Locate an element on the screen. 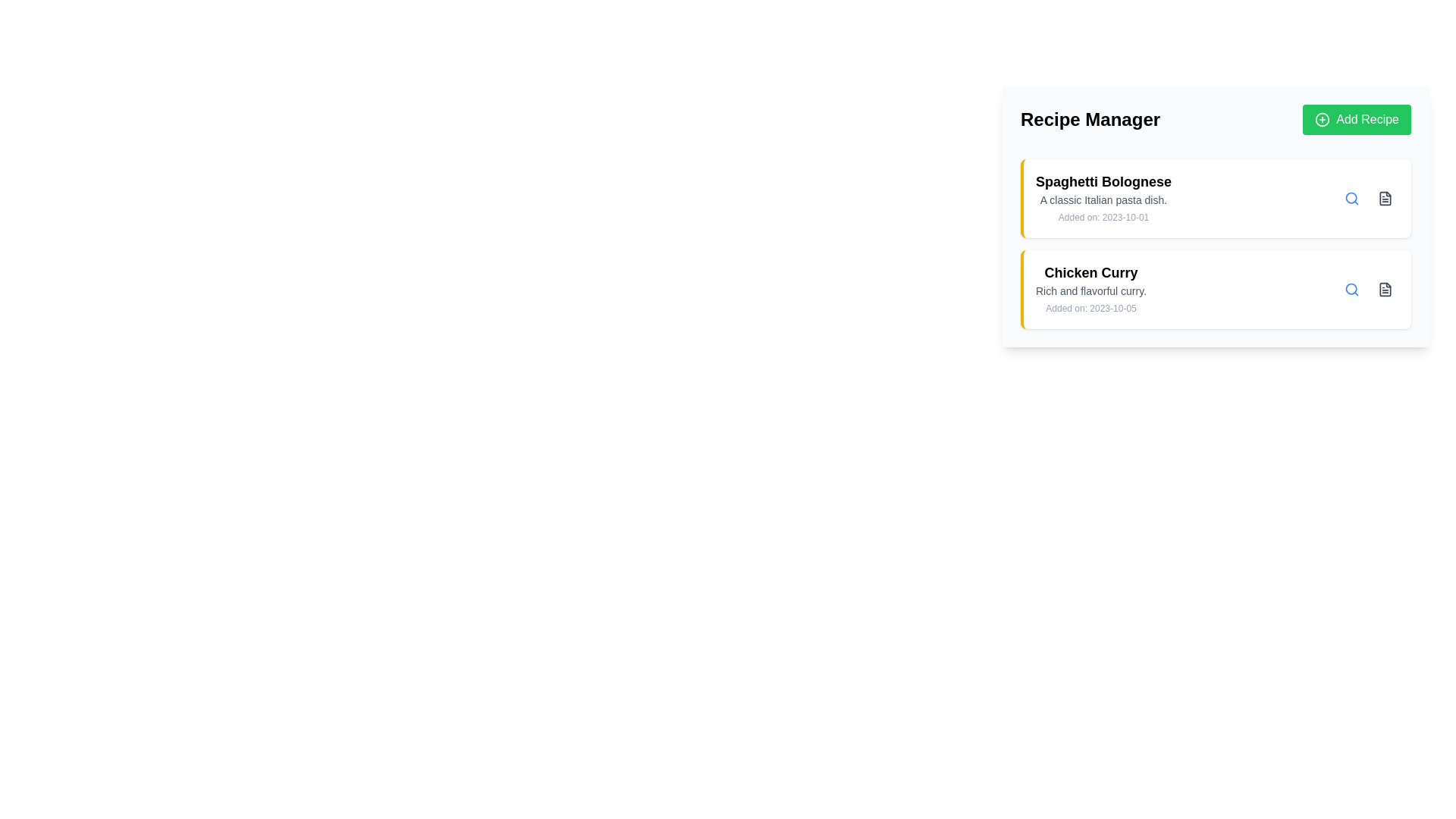 This screenshot has width=1456, height=819. the first Information Card in the vertical list of recipe cards under the 'Recipe Manager' title is located at coordinates (1216, 216).